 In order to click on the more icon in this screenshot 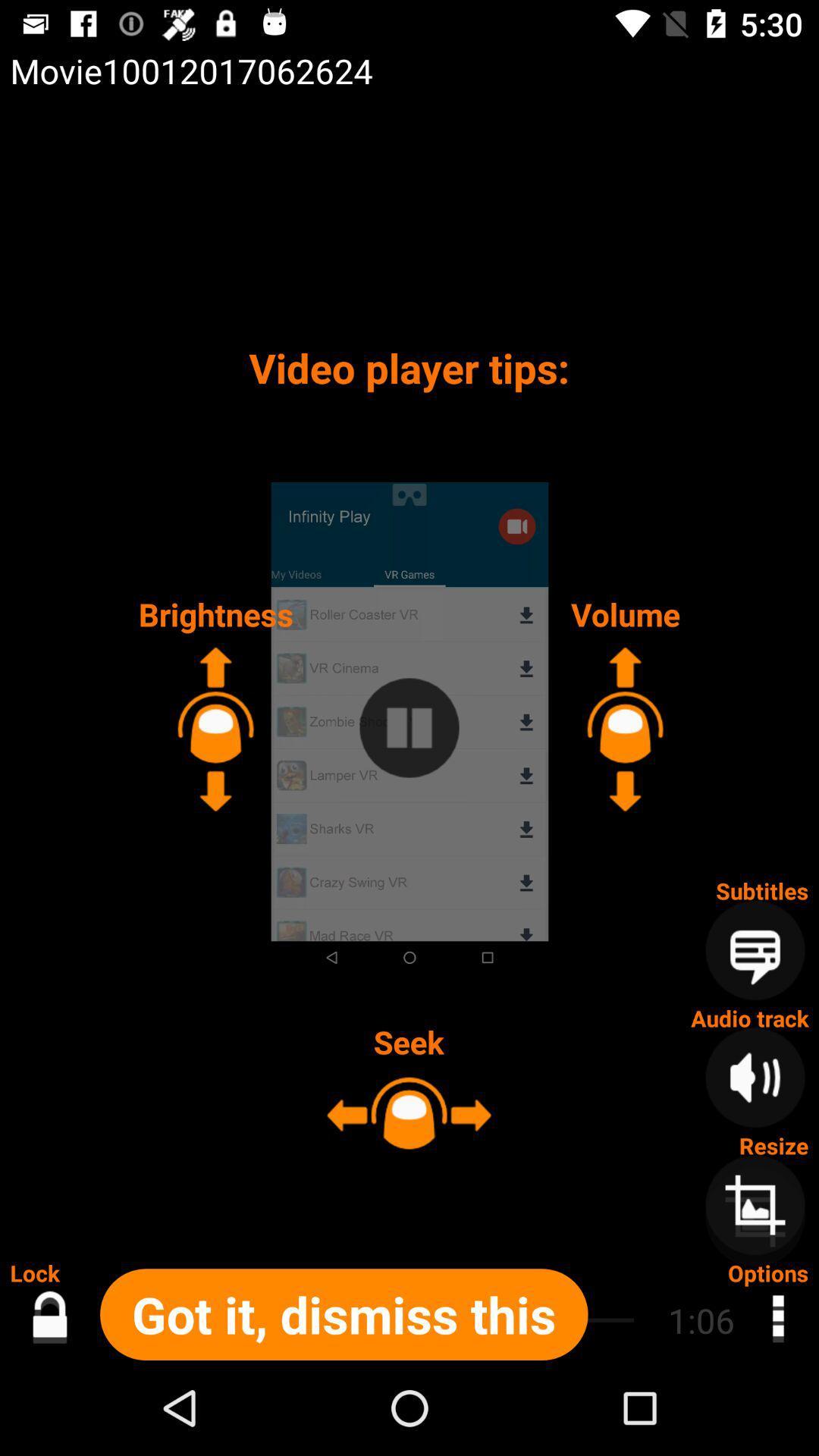, I will do `click(777, 1319)`.